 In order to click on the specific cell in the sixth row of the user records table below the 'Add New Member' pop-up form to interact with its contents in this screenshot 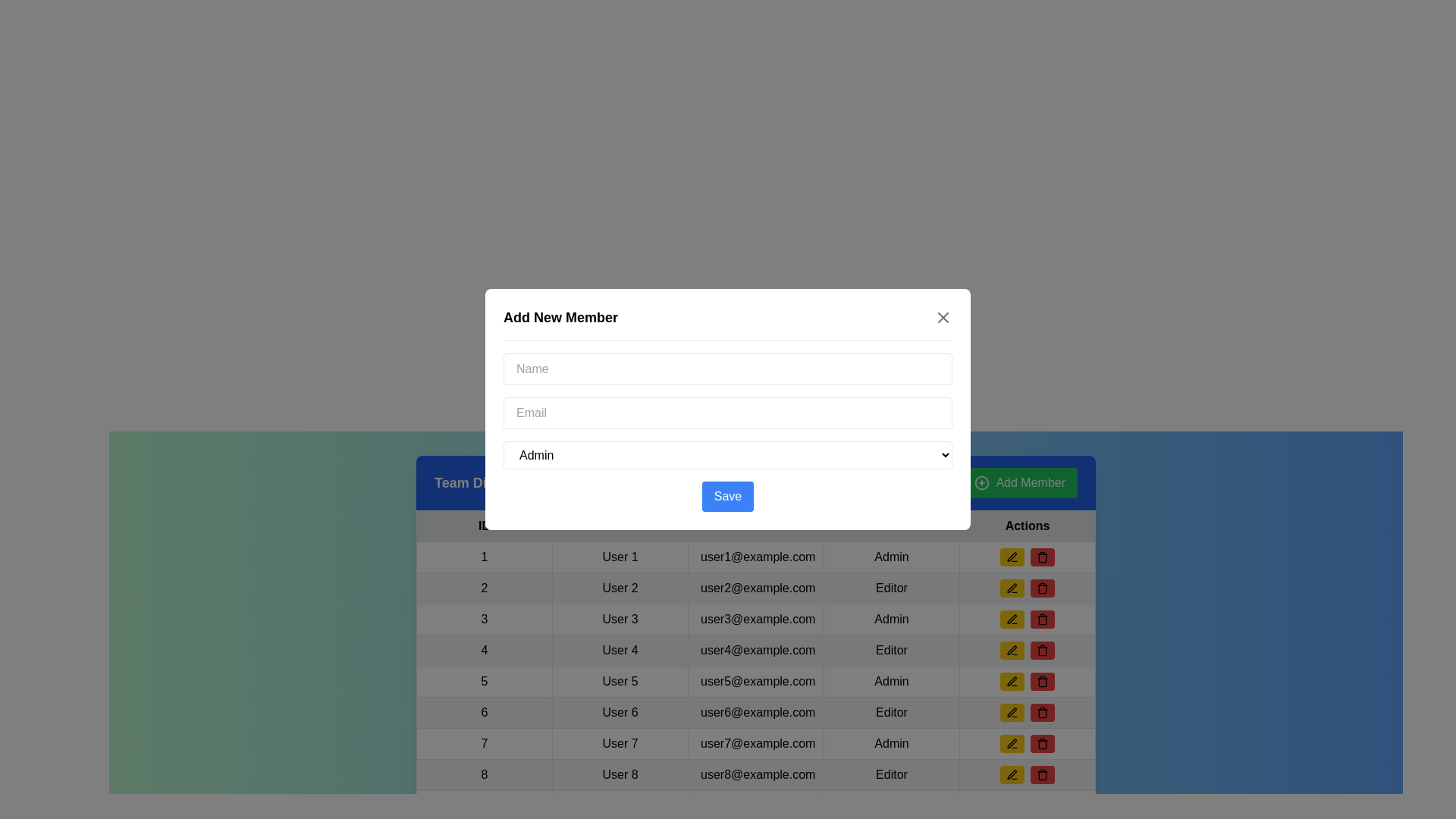, I will do `click(756, 713)`.